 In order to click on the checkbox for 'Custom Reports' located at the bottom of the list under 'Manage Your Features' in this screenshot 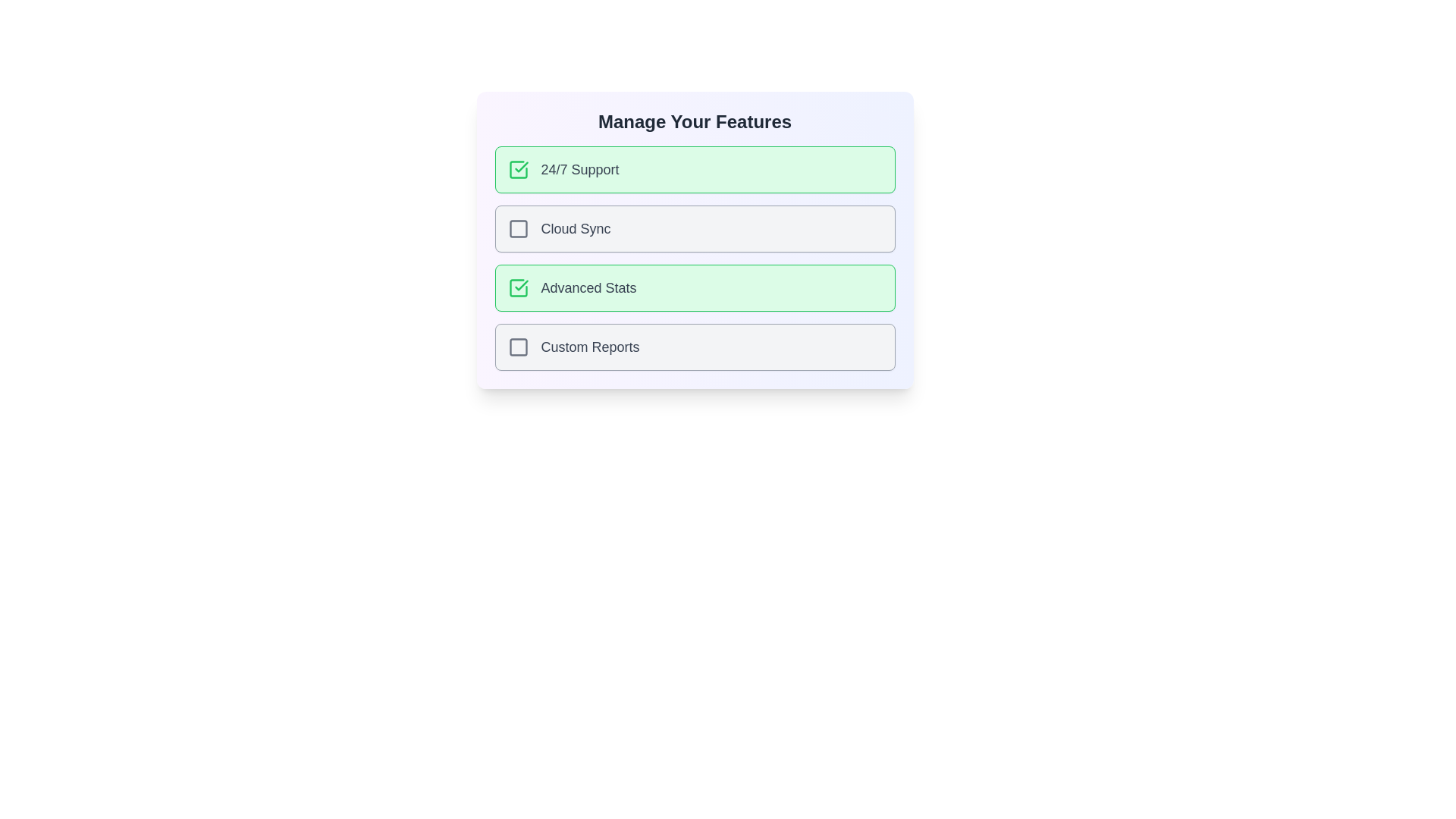, I will do `click(573, 347)`.